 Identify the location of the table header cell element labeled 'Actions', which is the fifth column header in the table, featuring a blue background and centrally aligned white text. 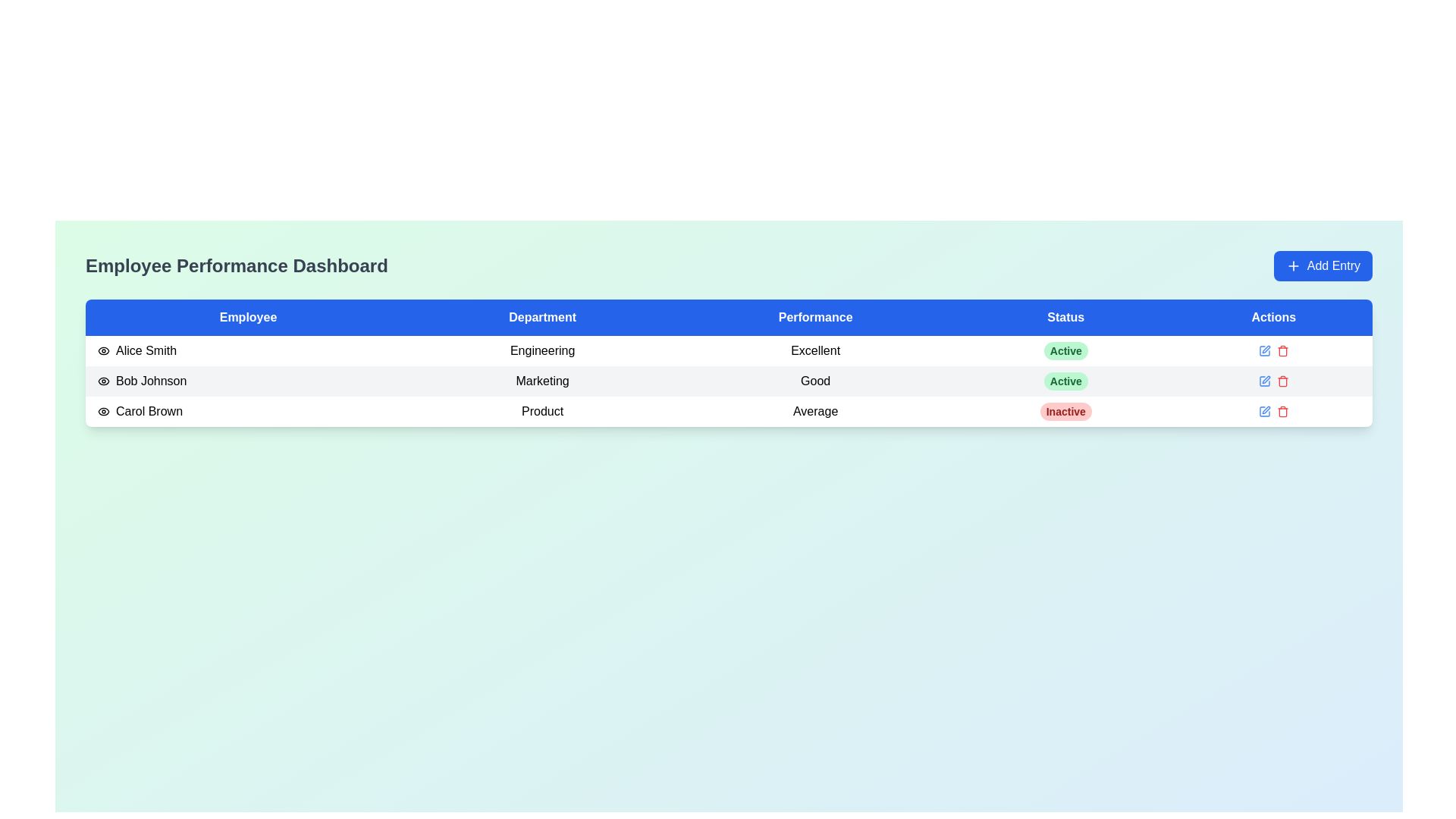
(1273, 317).